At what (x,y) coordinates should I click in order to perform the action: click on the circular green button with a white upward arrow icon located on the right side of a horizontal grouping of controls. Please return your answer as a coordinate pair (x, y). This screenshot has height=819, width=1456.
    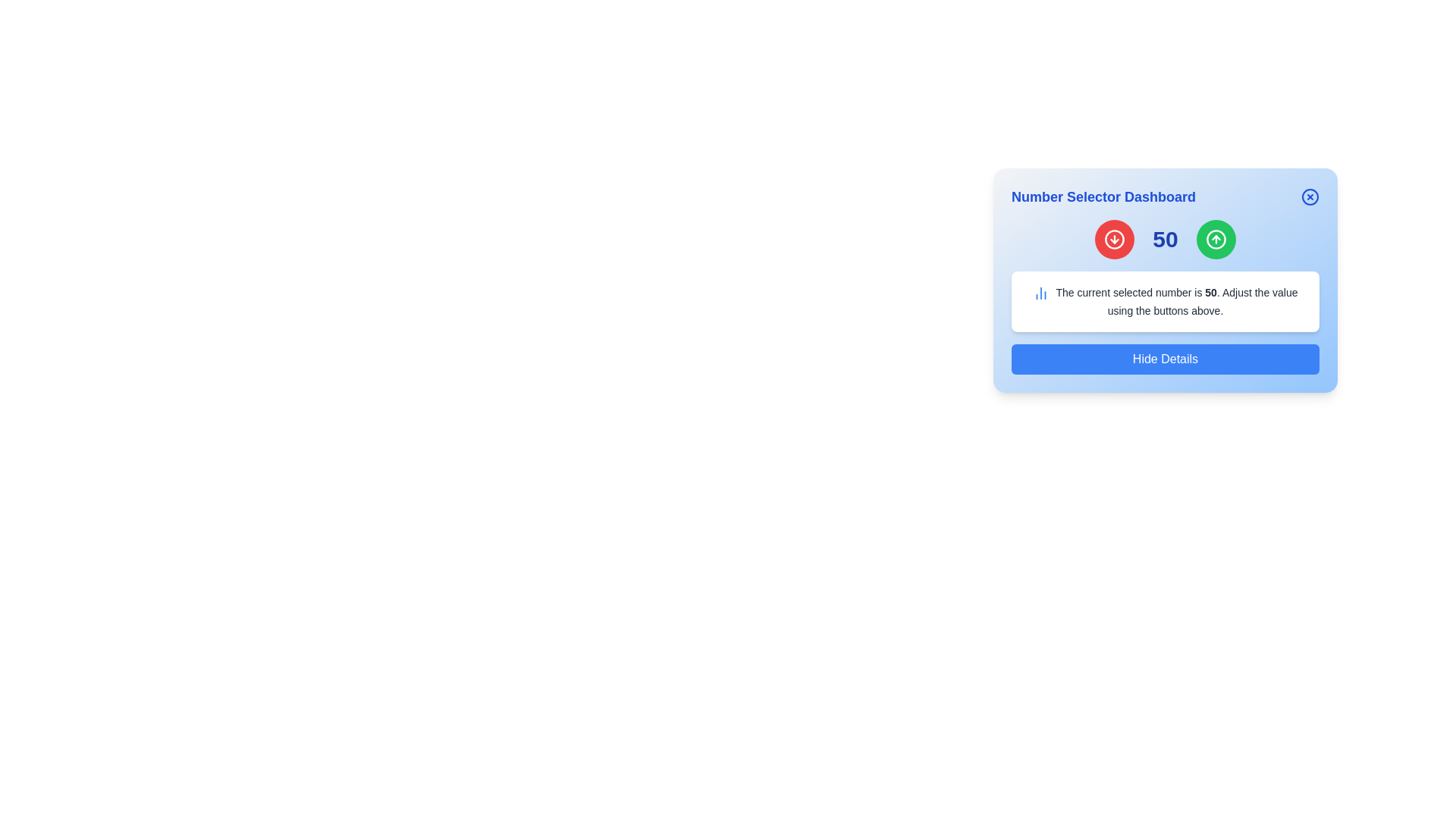
    Looking at the image, I should click on (1216, 239).